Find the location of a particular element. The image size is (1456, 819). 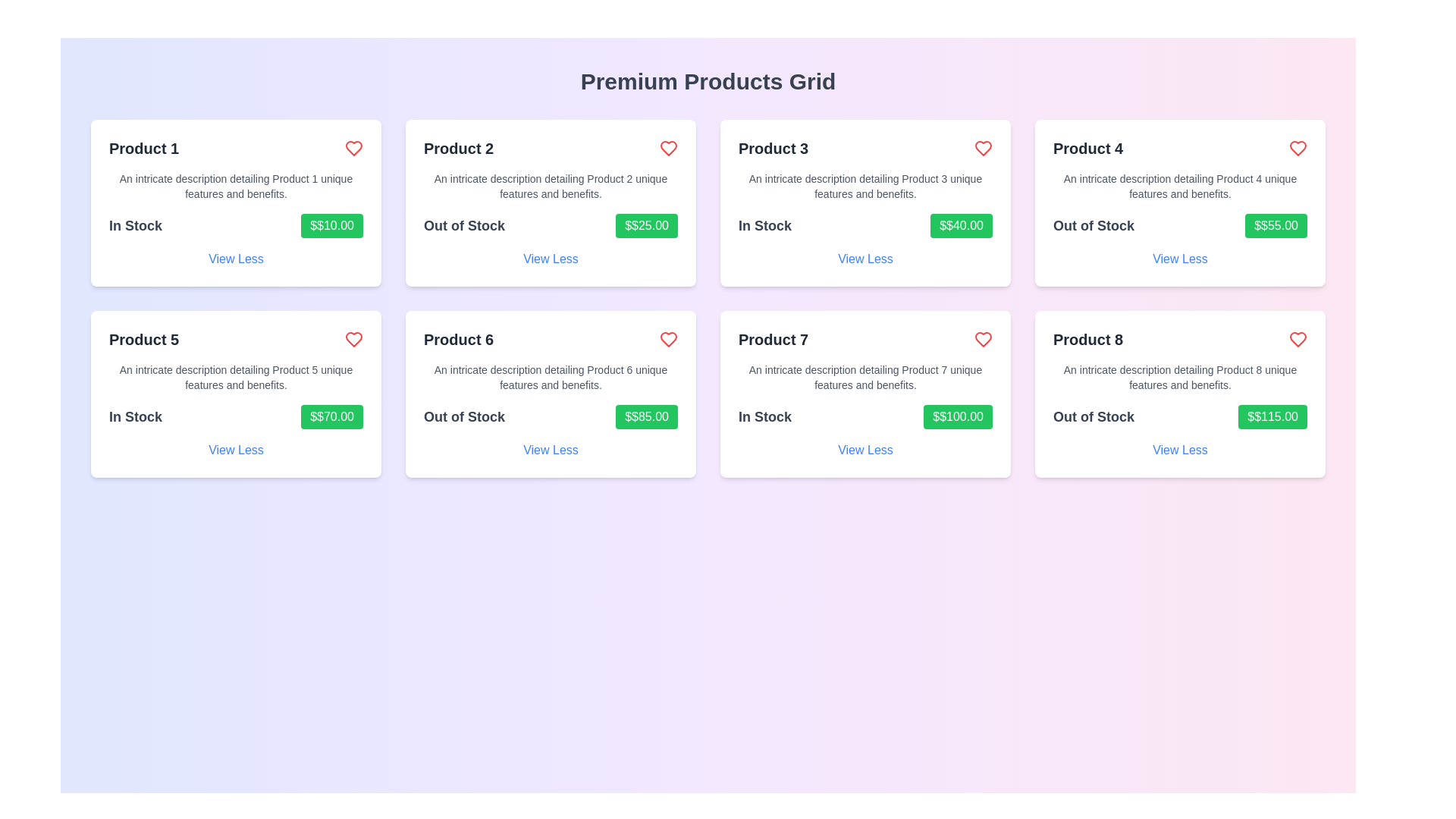

the text label displaying 'Product 2' in bold, larger-sized gray font, located near the top-left corner of the second card in the first row of a grid layout is located at coordinates (458, 149).